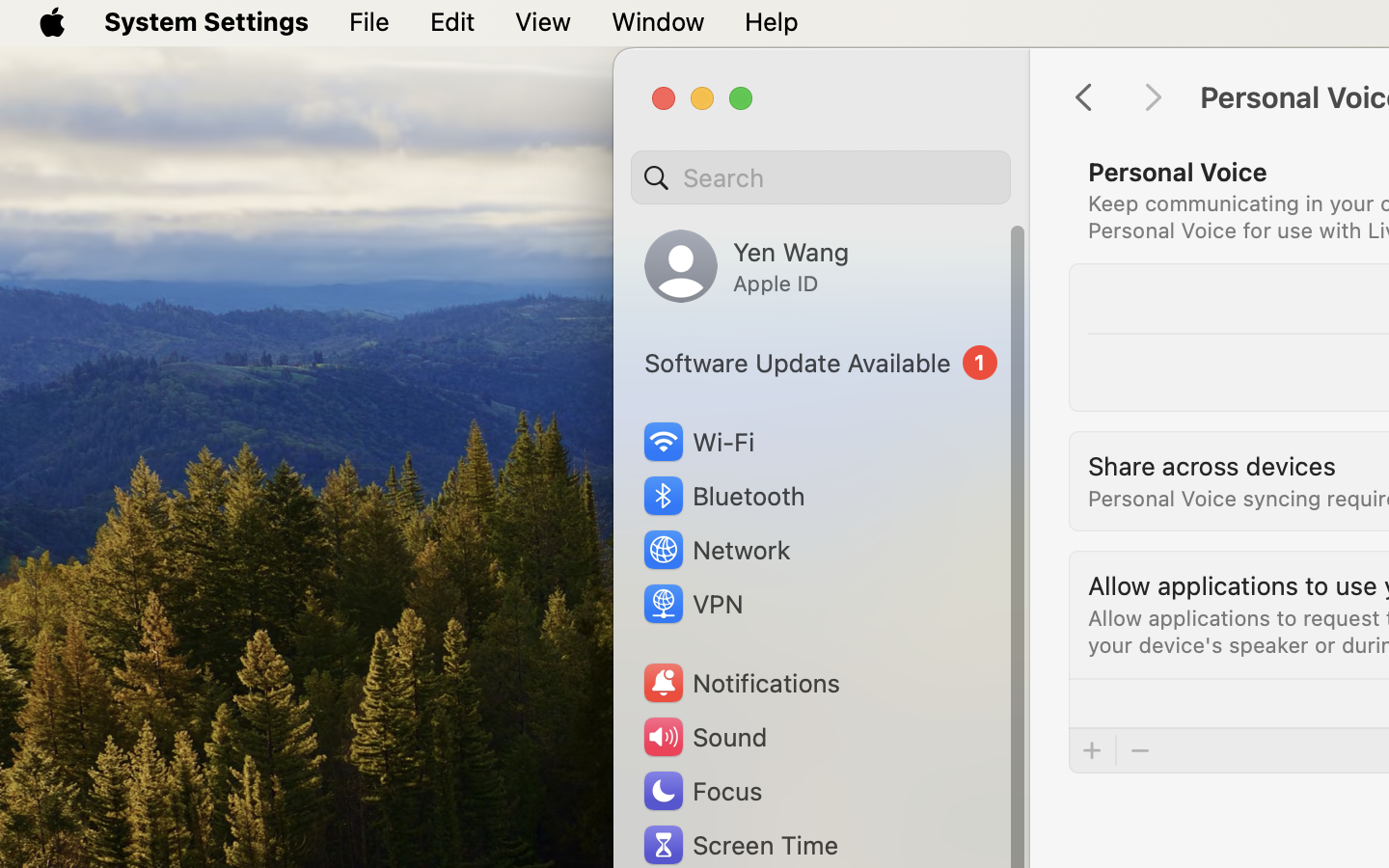 The image size is (1389, 868). What do you see at coordinates (700, 790) in the screenshot?
I see `'Focus'` at bounding box center [700, 790].